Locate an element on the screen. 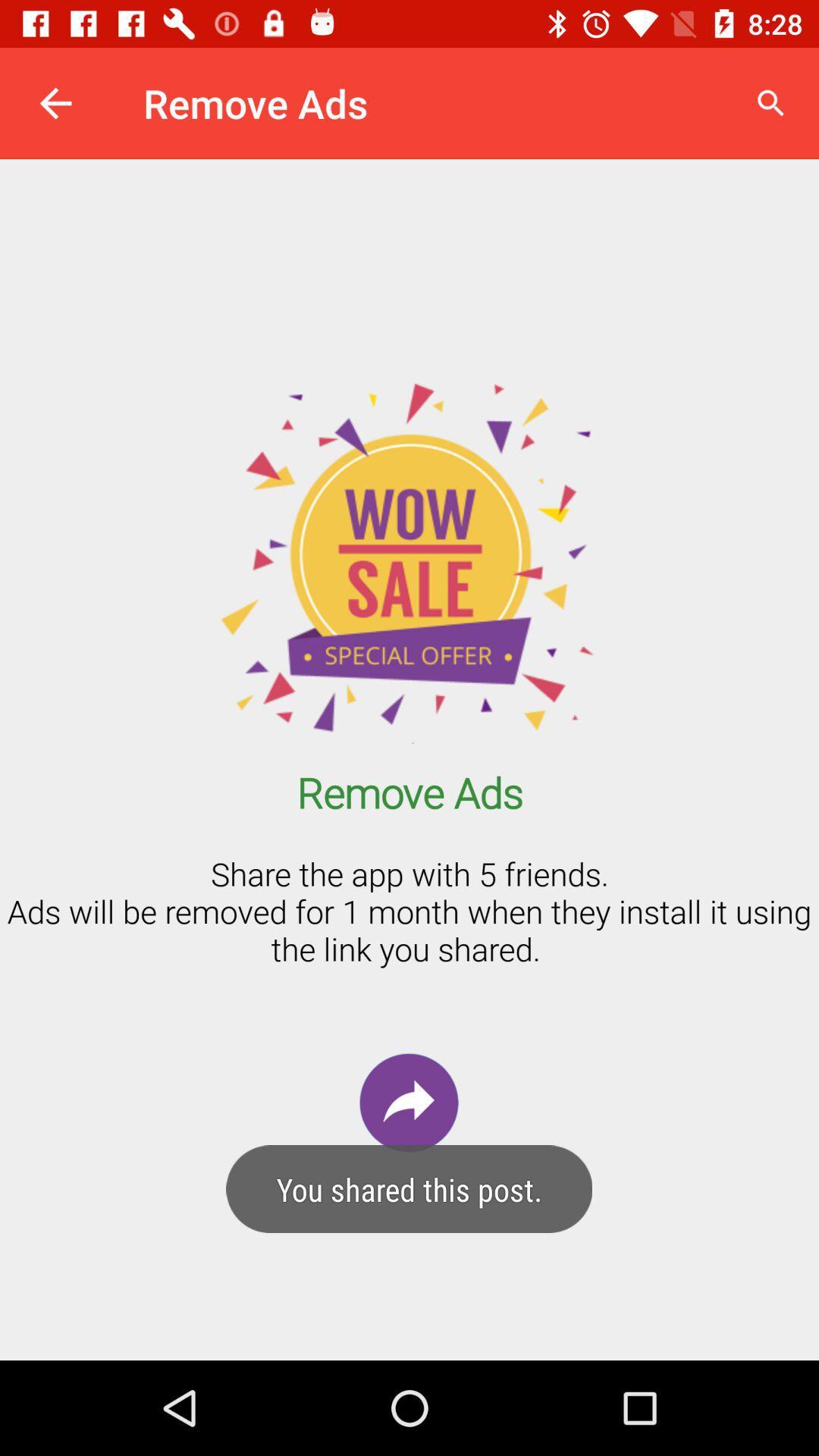  the redo icon is located at coordinates (408, 1103).